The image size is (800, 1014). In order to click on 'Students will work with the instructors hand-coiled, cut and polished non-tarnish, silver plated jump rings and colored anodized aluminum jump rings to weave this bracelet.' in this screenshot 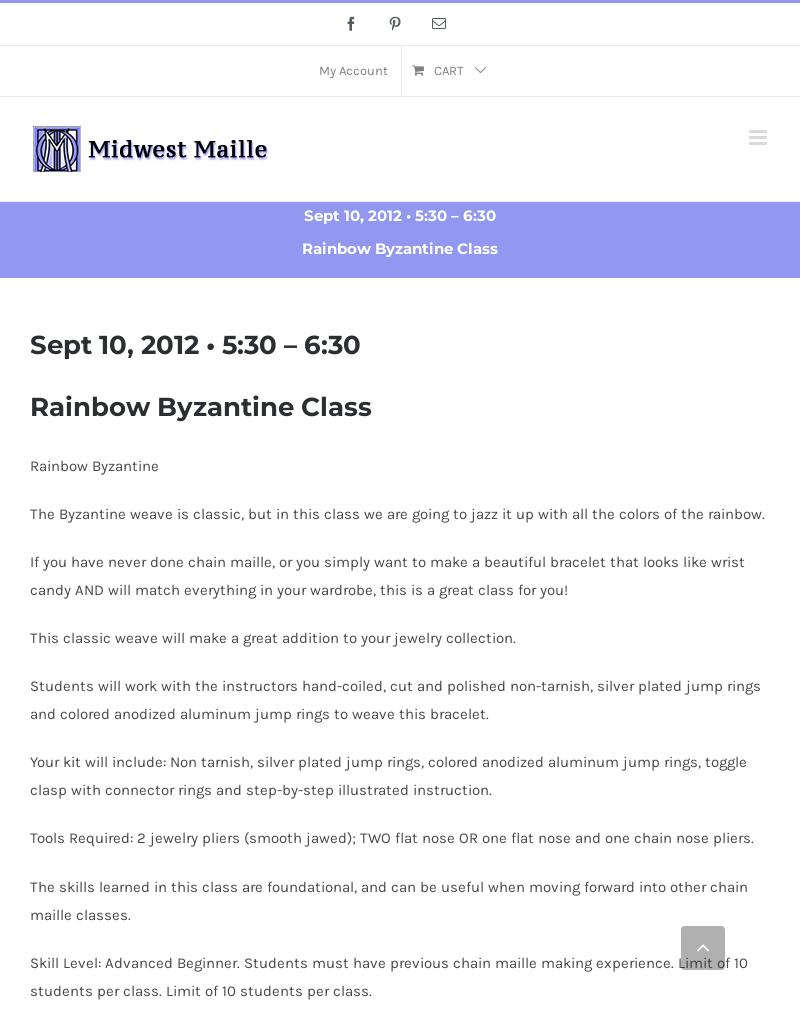, I will do `click(394, 698)`.